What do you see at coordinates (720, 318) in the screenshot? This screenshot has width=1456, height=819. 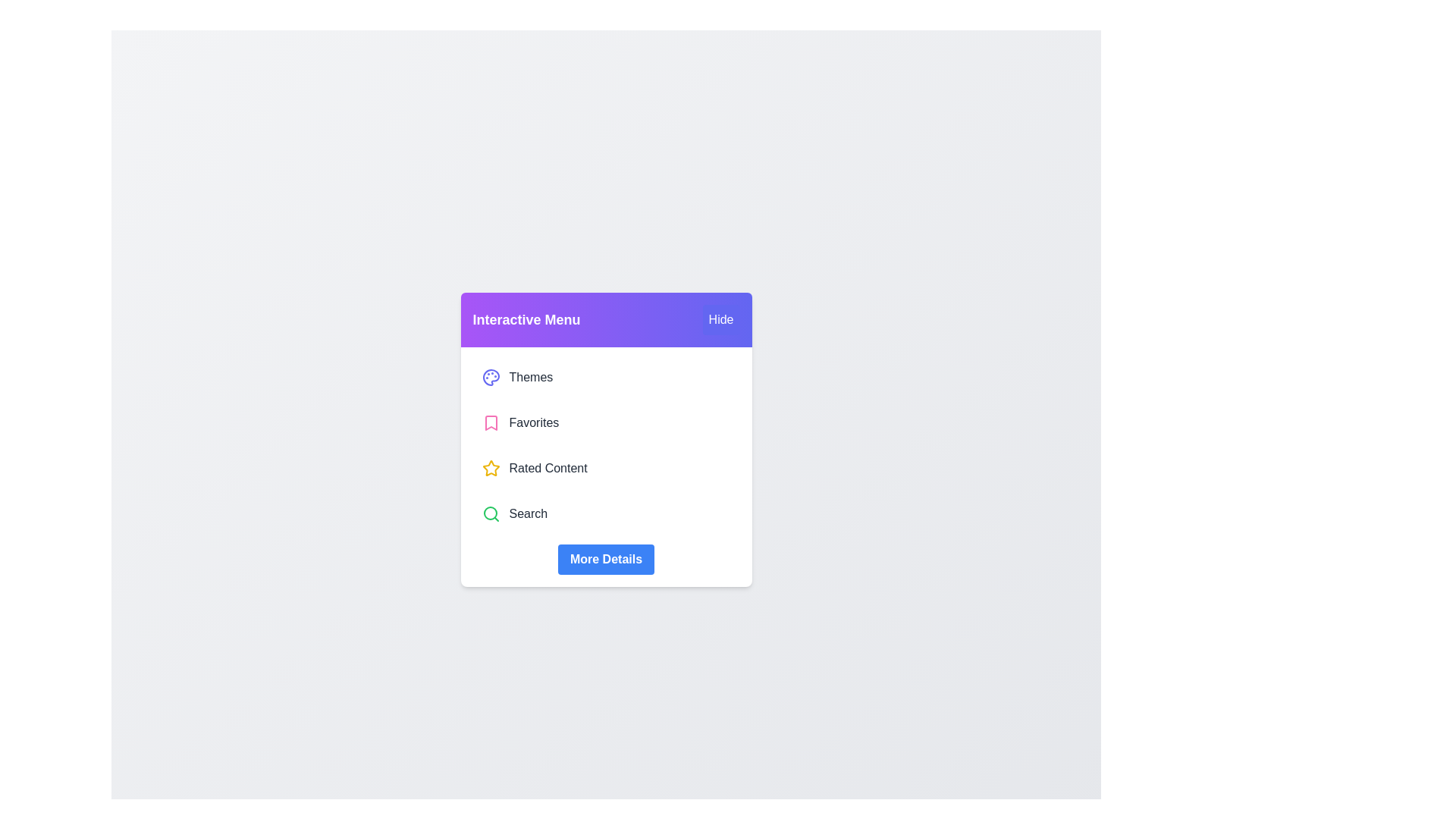 I see `the 'Hide' button to toggle the menu visibility` at bounding box center [720, 318].